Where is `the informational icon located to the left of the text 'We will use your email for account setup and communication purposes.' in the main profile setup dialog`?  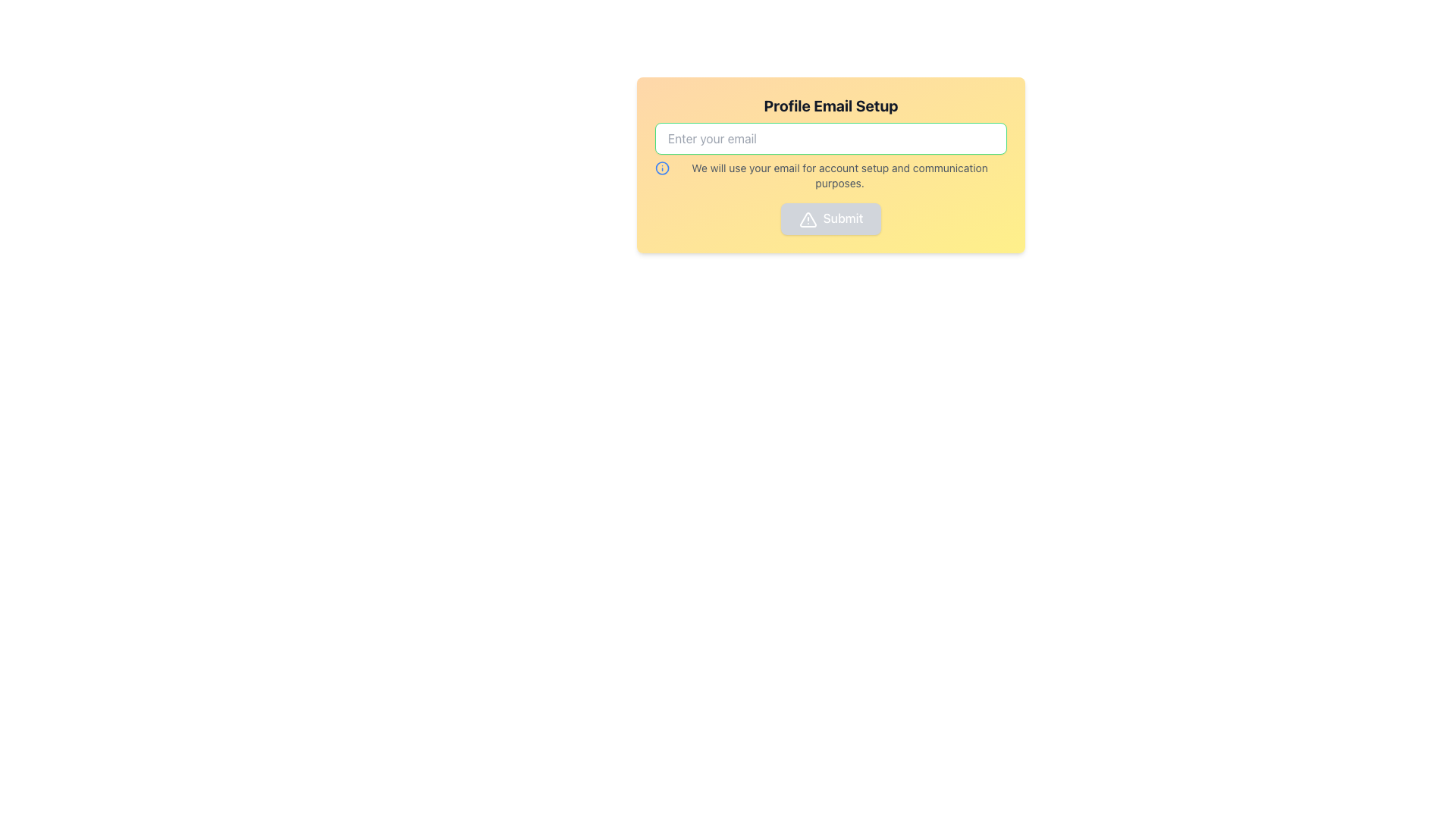
the informational icon located to the left of the text 'We will use your email for account setup and communication purposes.' in the main profile setup dialog is located at coordinates (662, 168).